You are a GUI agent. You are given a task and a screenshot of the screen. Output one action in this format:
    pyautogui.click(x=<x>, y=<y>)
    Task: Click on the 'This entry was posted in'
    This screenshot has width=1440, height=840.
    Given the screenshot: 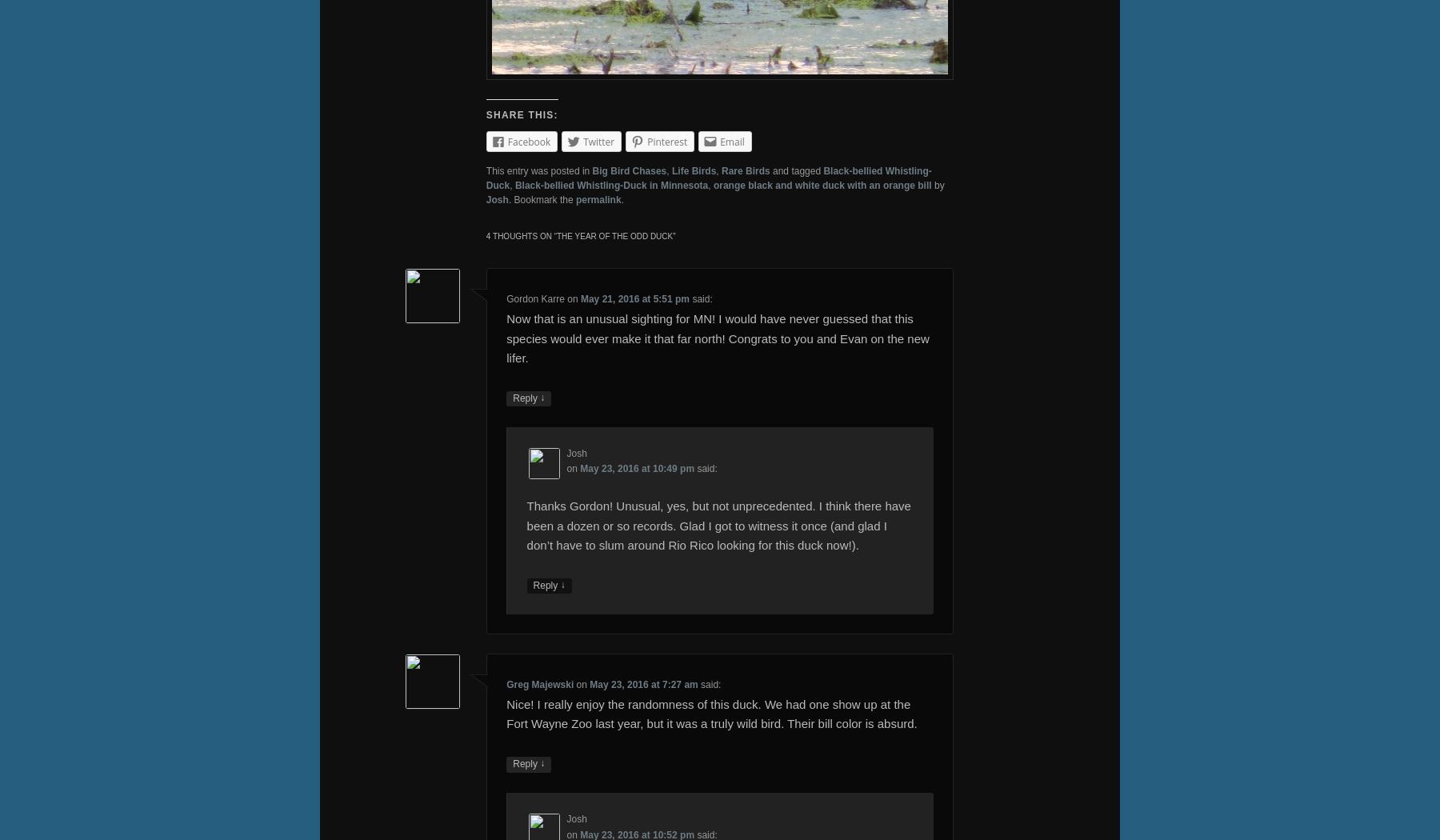 What is the action you would take?
    pyautogui.click(x=538, y=170)
    